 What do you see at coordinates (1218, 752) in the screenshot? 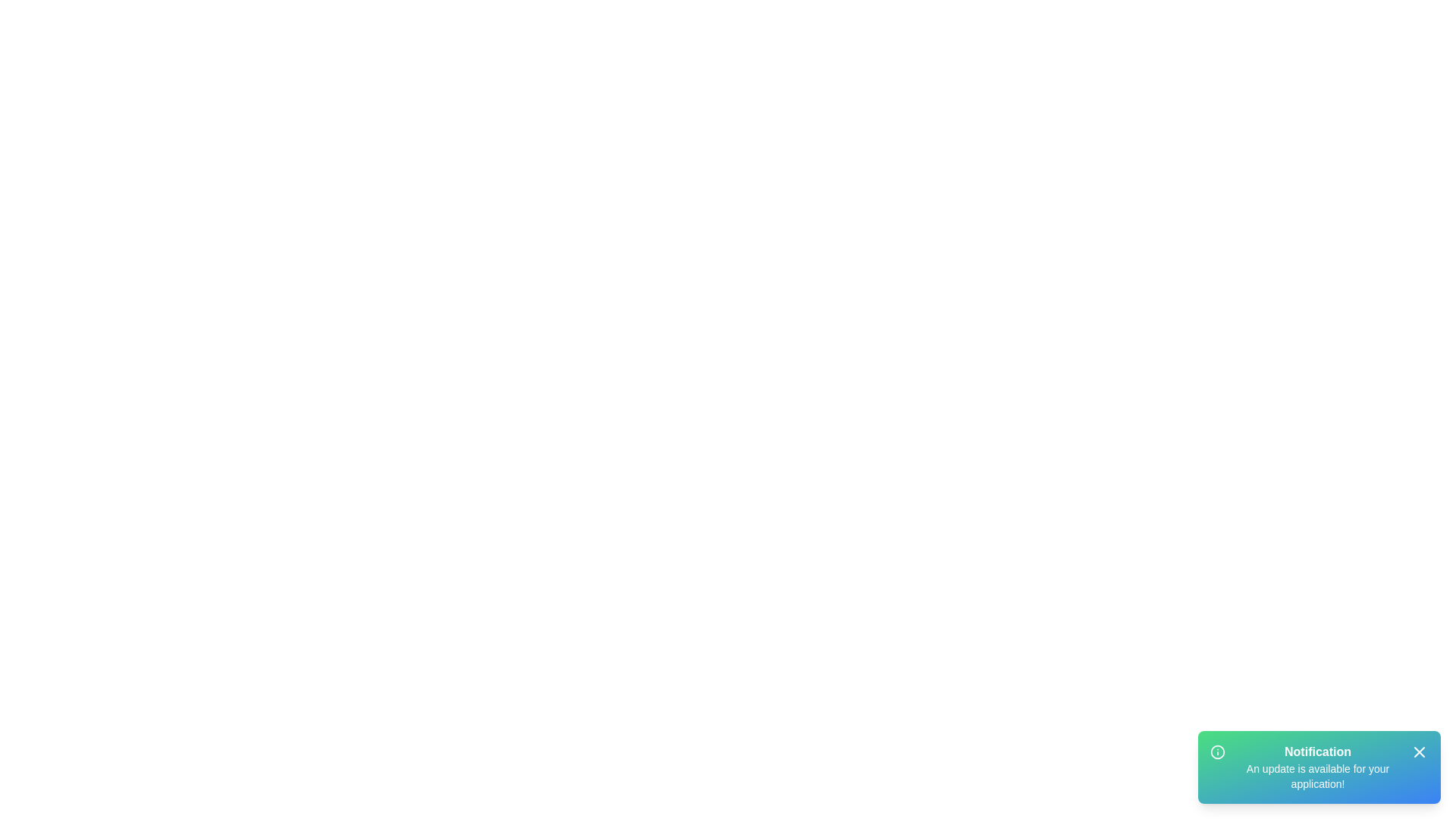
I see `the information icon to inspect it` at bounding box center [1218, 752].